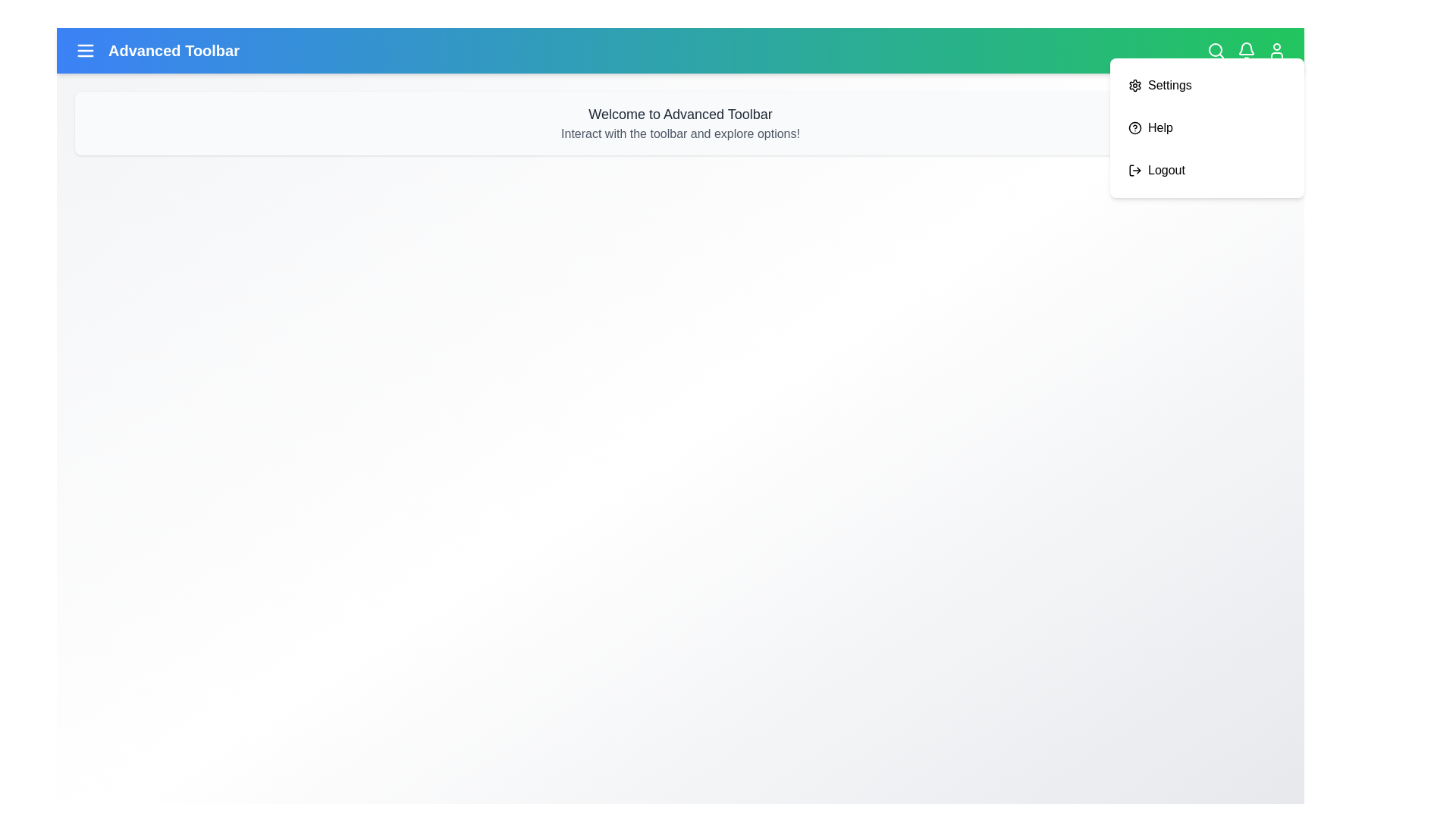  What do you see at coordinates (1216, 49) in the screenshot?
I see `the search icon to initiate a search` at bounding box center [1216, 49].